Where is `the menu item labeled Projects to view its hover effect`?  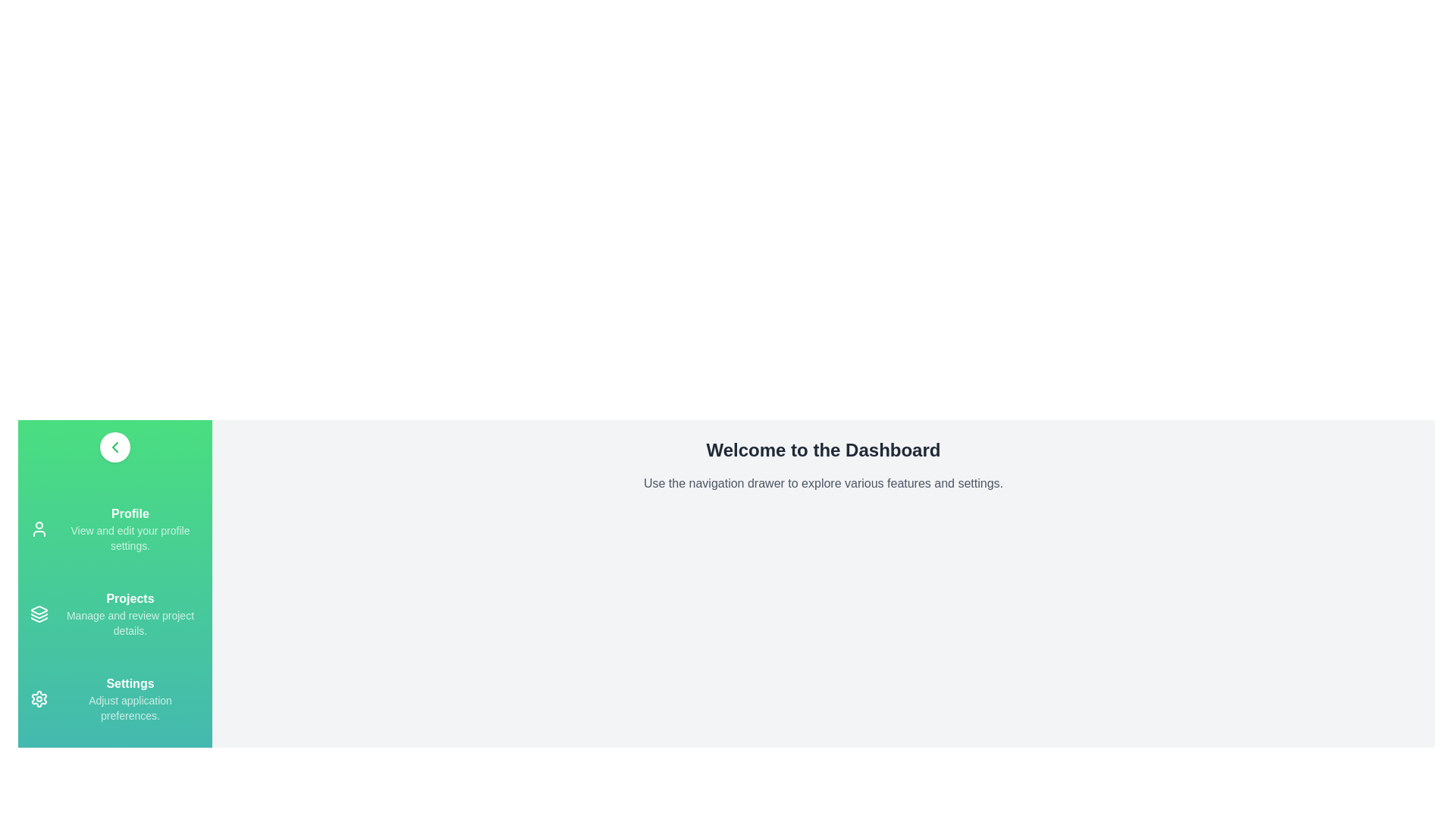 the menu item labeled Projects to view its hover effect is located at coordinates (115, 614).